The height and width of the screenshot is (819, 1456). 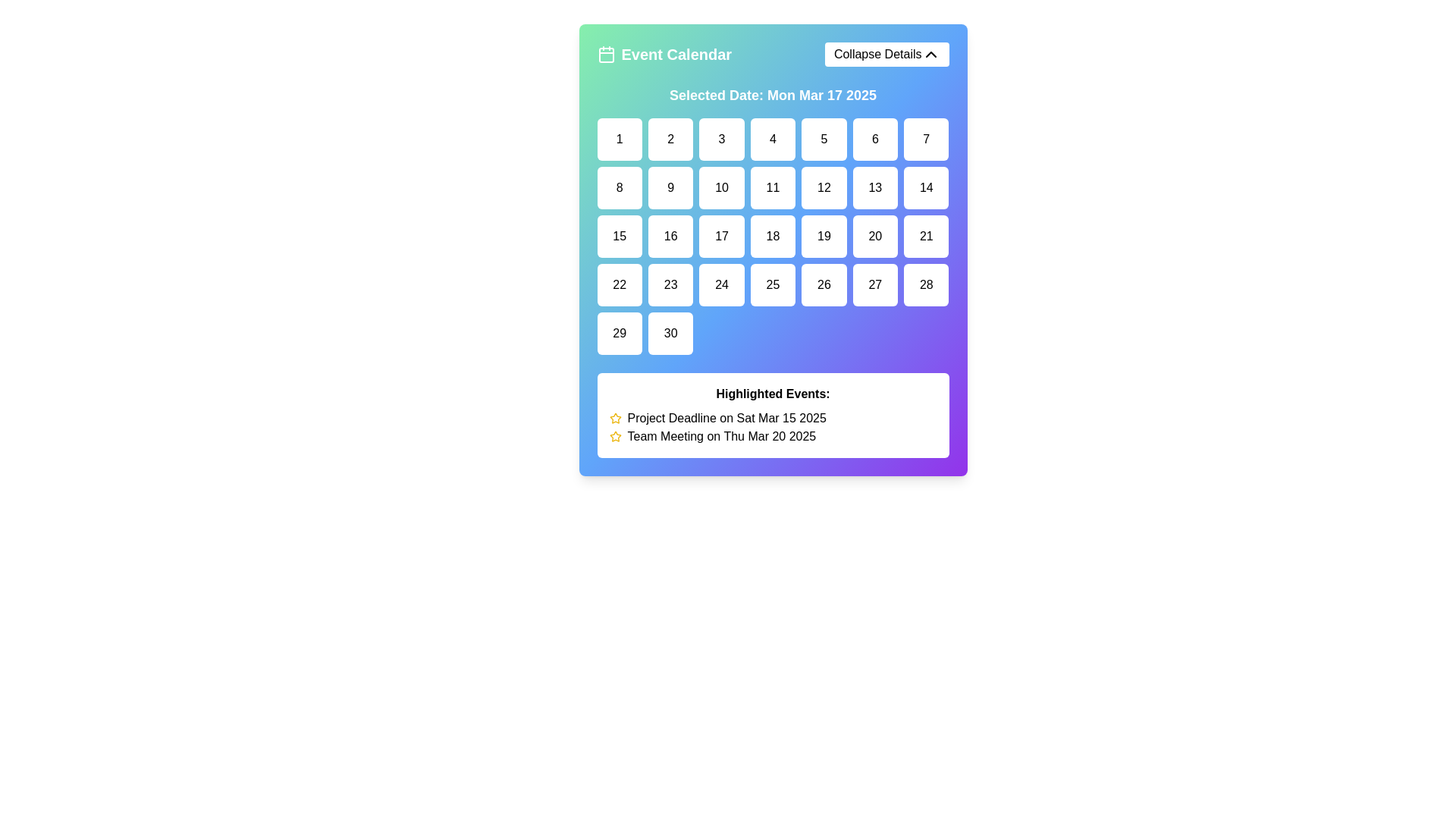 I want to click on the label representing the second day of the month in the calendar, which is situated between the buttons labeled '1' and '3', so click(x=670, y=140).